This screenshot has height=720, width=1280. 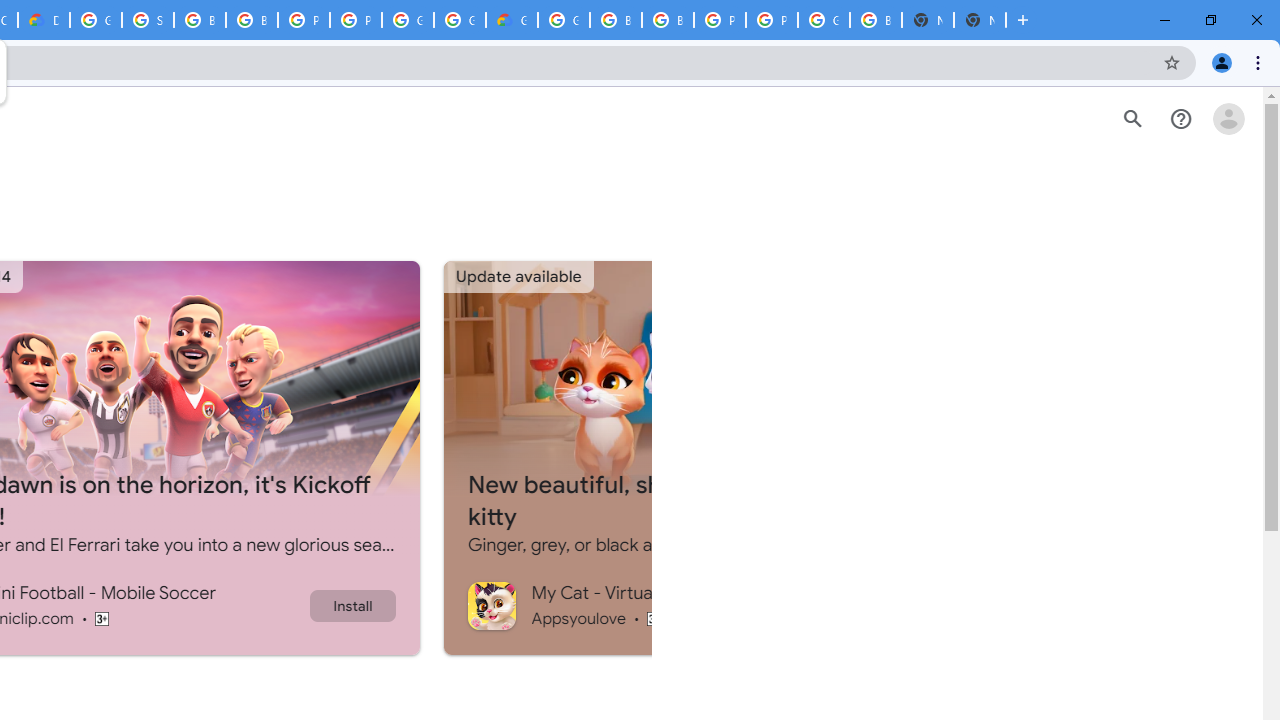 I want to click on 'Open account menu', so click(x=1227, y=119).